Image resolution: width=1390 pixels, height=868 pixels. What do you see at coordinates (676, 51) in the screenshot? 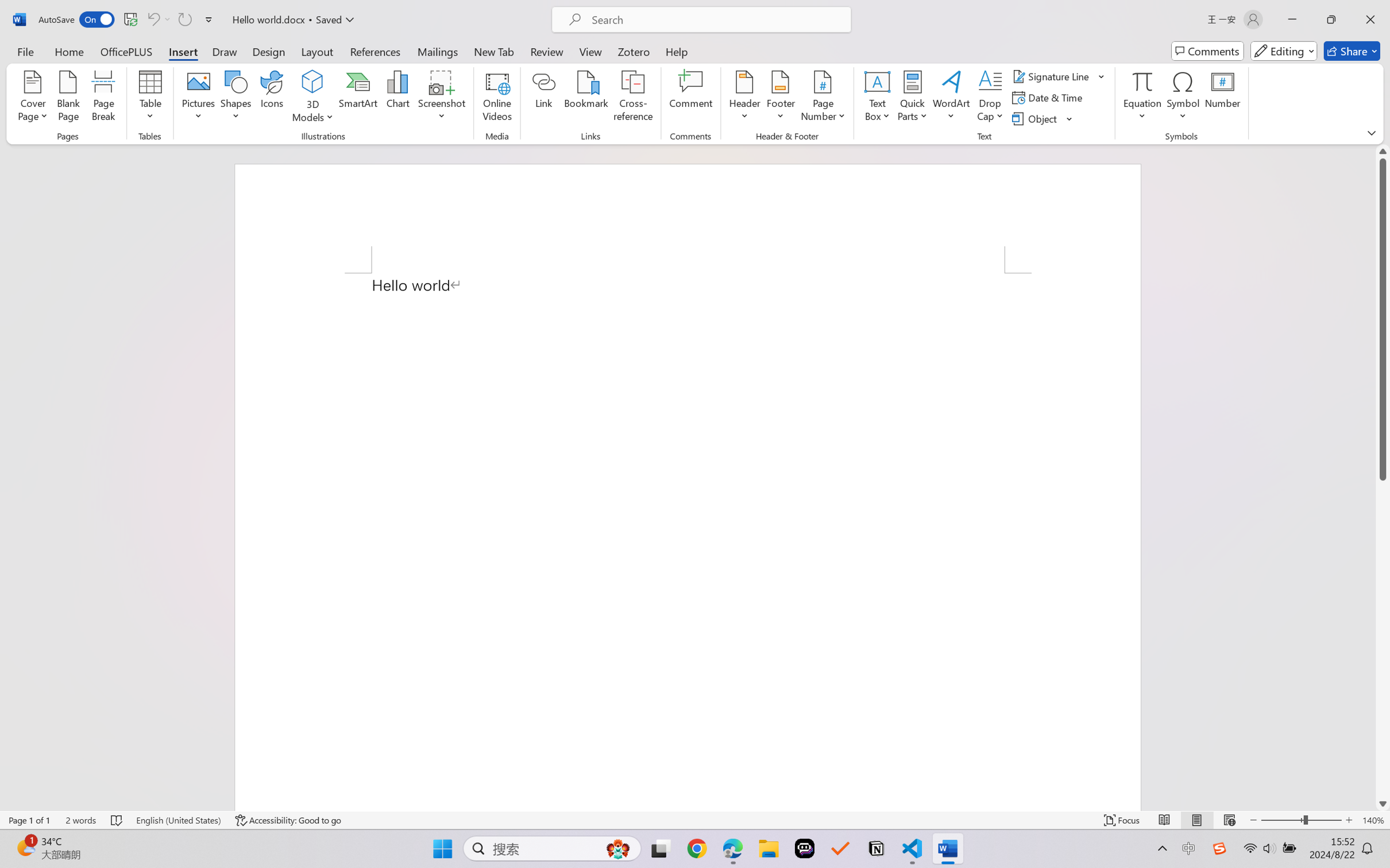
I see `'Help'` at bounding box center [676, 51].